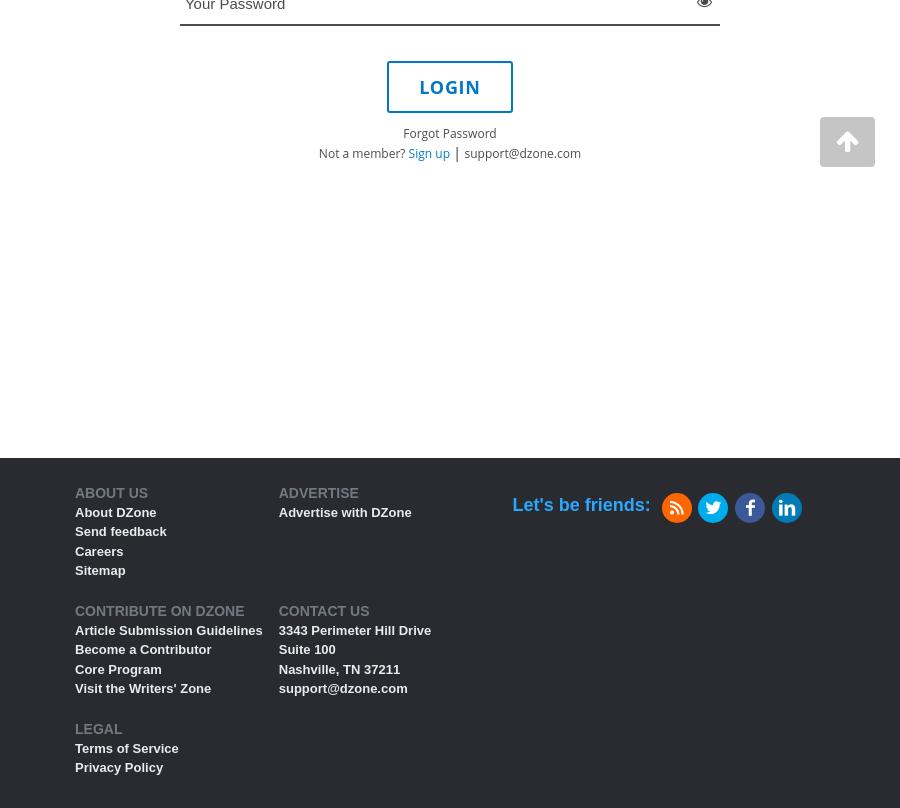  What do you see at coordinates (73, 510) in the screenshot?
I see `'About DZone'` at bounding box center [73, 510].